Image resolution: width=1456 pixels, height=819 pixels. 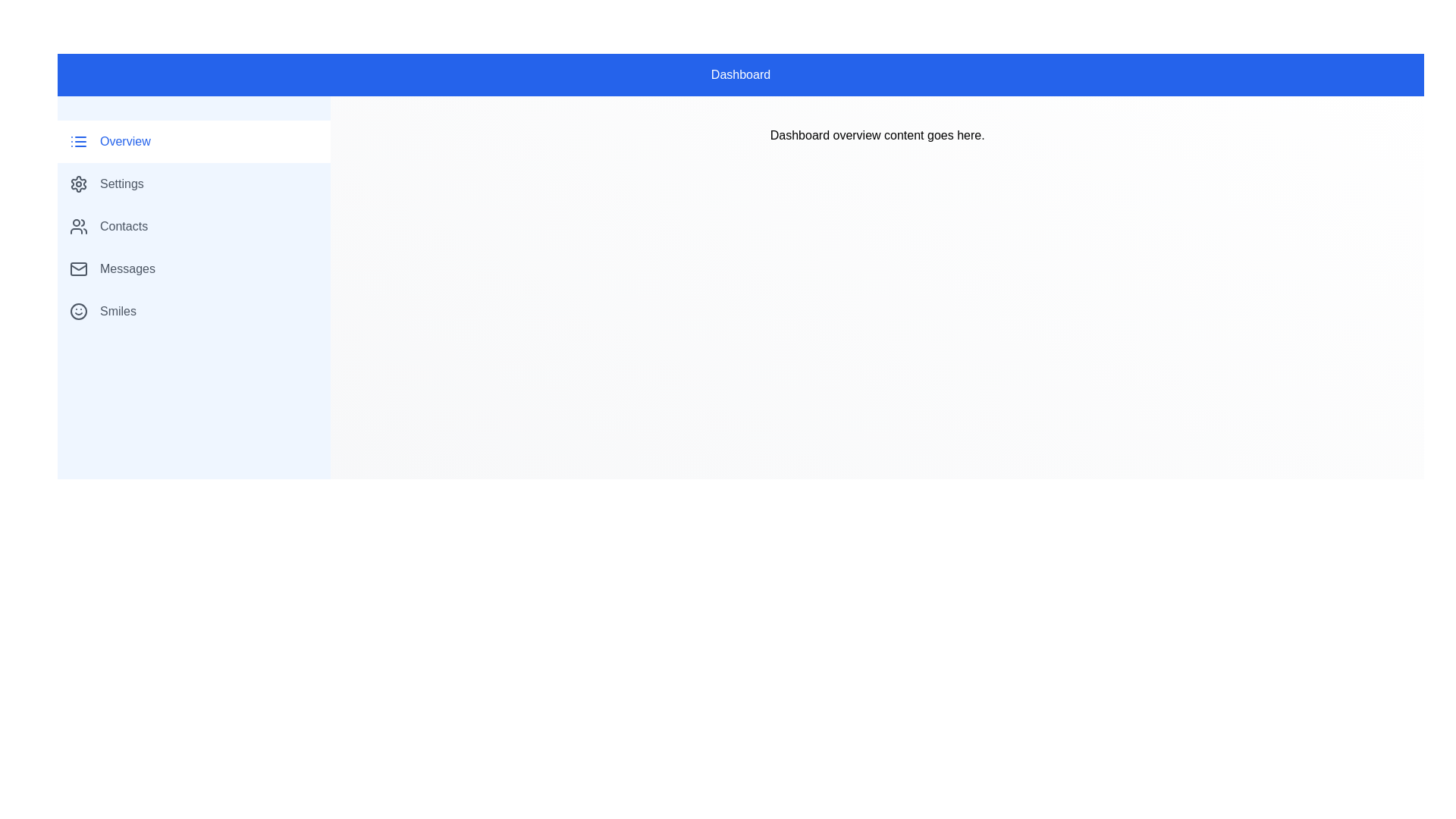 What do you see at coordinates (193, 227) in the screenshot?
I see `the 'Contacts' button in the vertical navigation menu` at bounding box center [193, 227].